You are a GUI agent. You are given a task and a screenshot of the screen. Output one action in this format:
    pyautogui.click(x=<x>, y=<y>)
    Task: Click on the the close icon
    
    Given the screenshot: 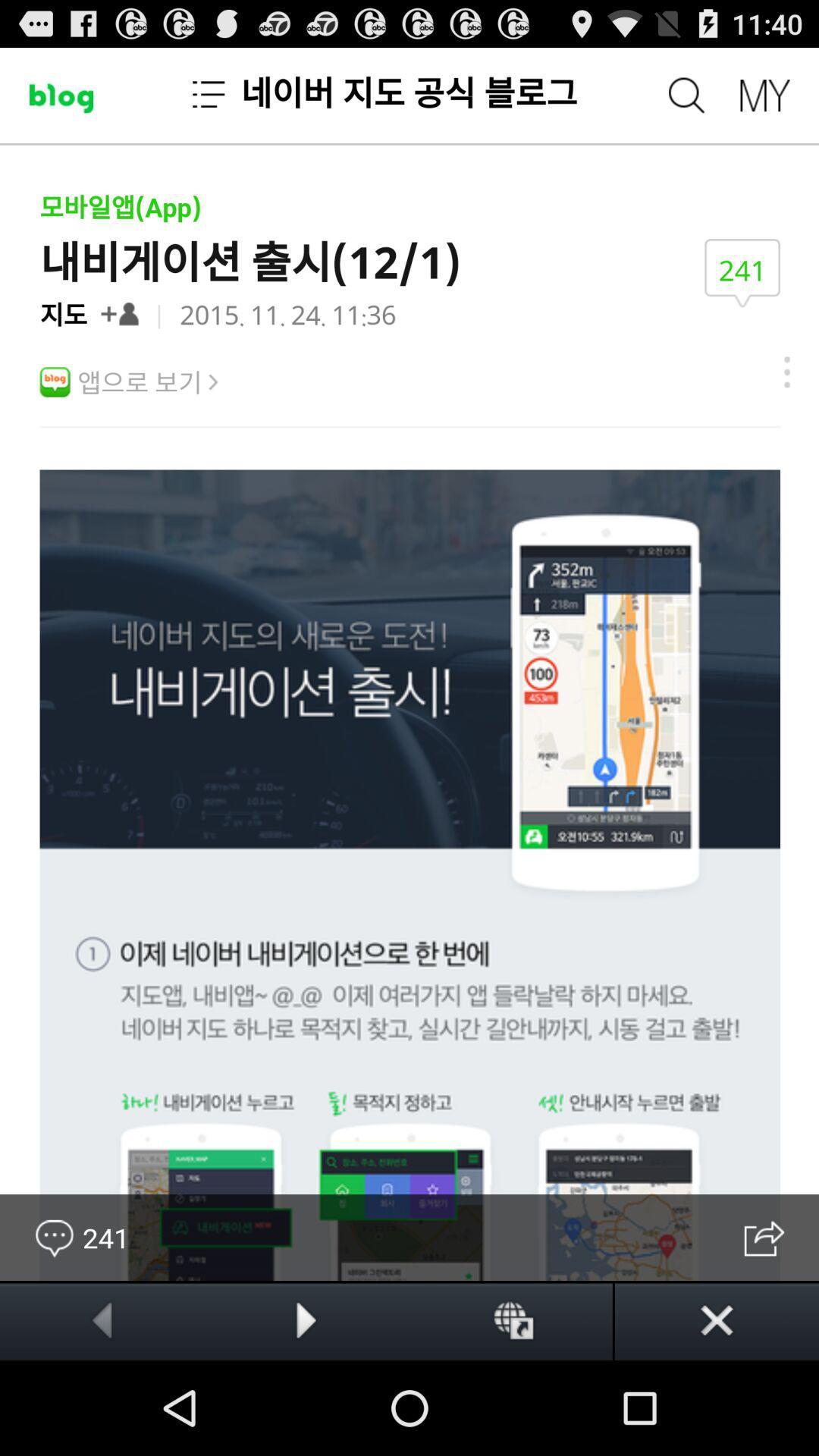 What is the action you would take?
    pyautogui.click(x=717, y=1412)
    